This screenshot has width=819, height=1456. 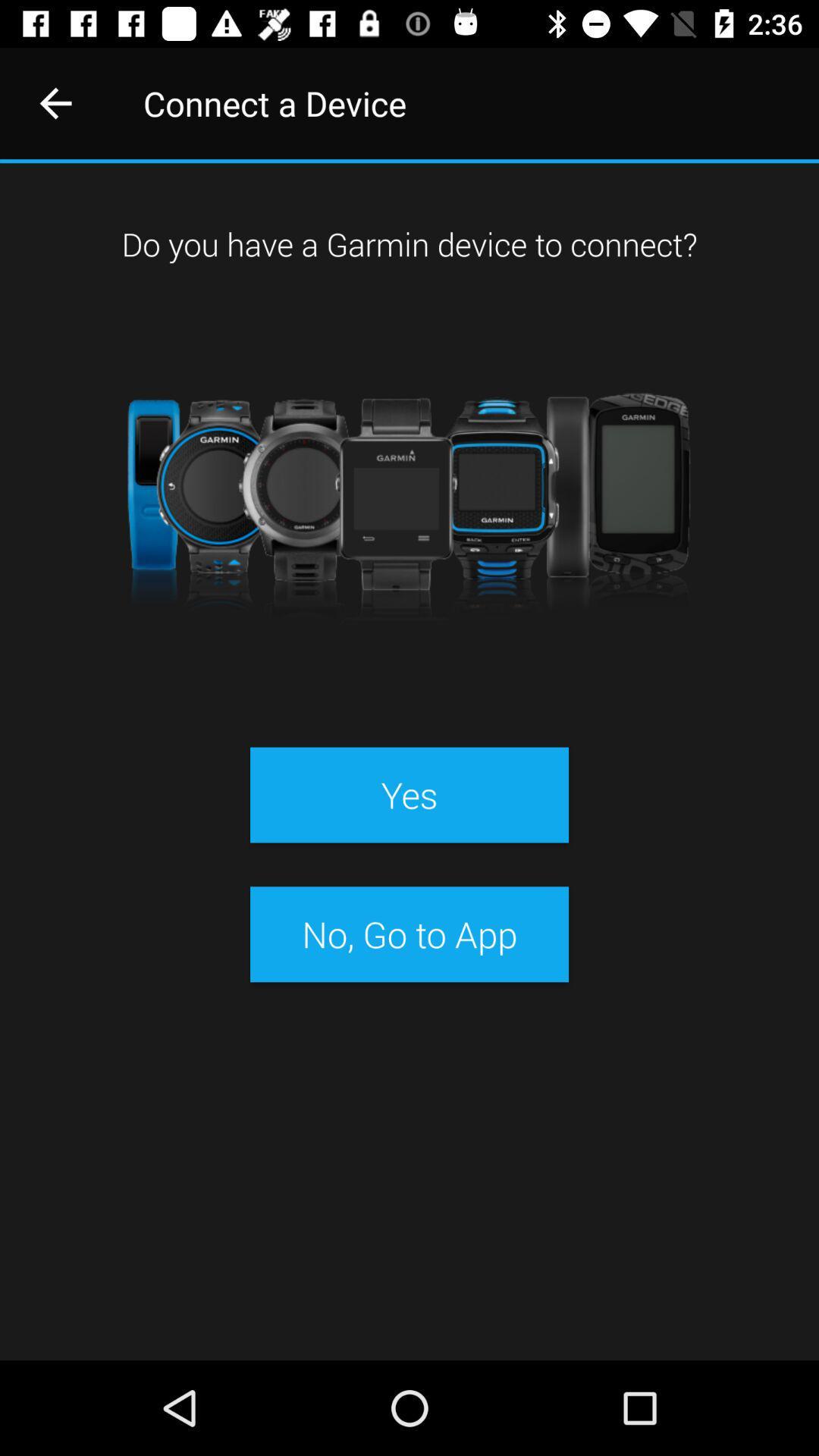 I want to click on item below yes, so click(x=409, y=934).